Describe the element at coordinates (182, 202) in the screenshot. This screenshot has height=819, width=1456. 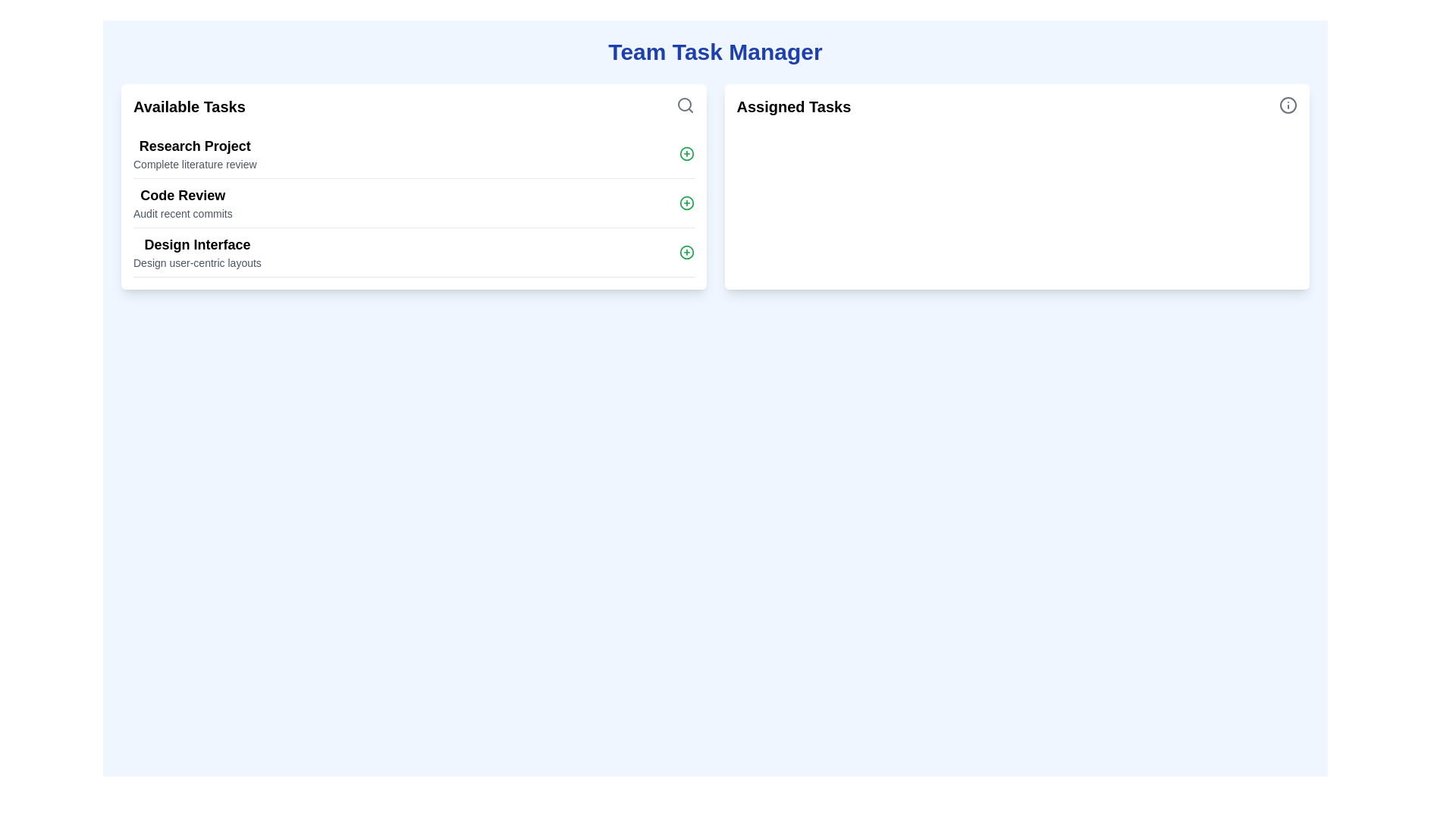
I see `the 'Code Review' text label in the 'Available Tasks' section` at that location.